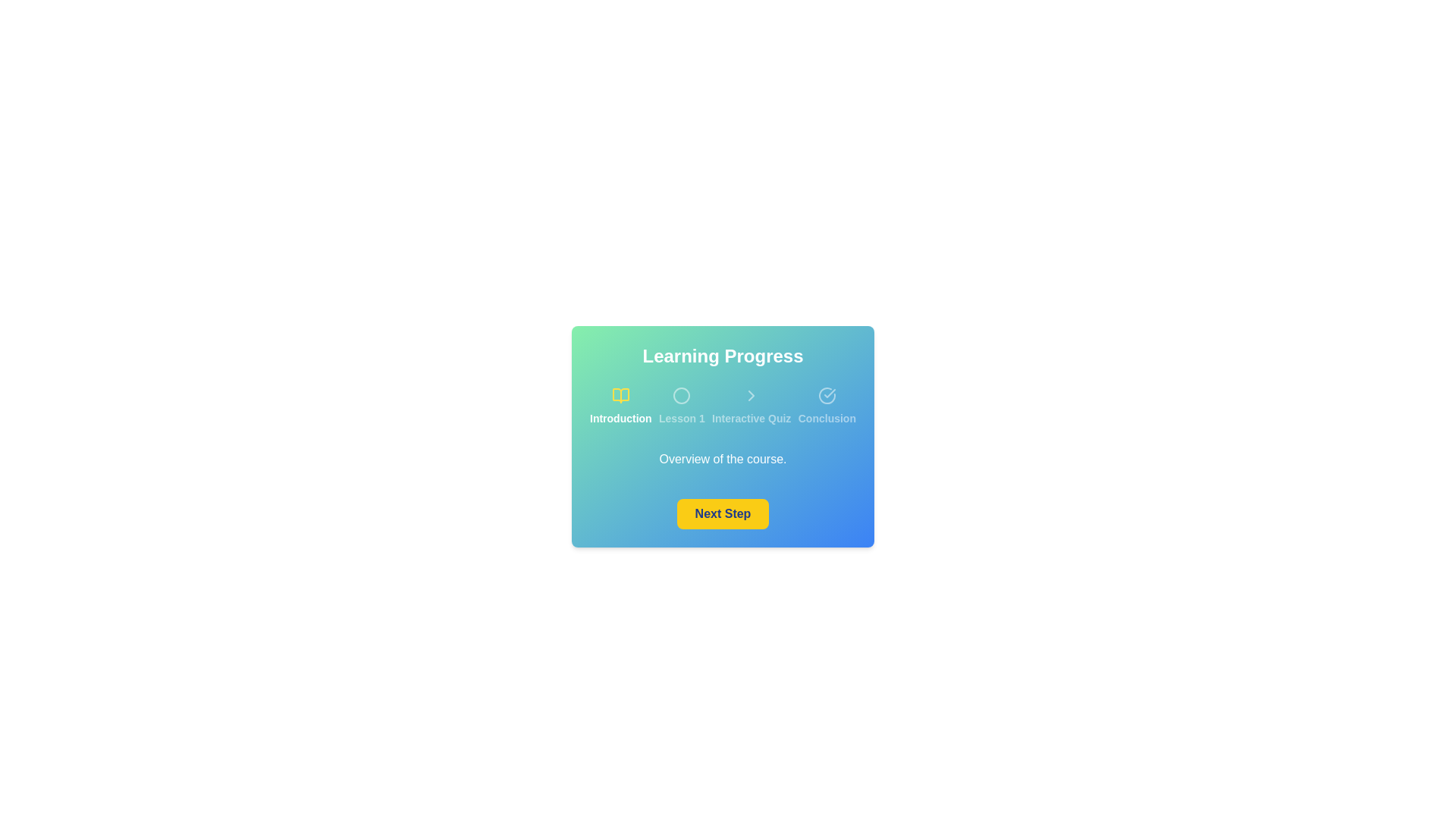  Describe the element at coordinates (681, 418) in the screenshot. I see `the text label displaying 'Lesson 1' in white font, located in the middle section of the 'Learning Progress' area, below the 'Introduction' text` at that location.